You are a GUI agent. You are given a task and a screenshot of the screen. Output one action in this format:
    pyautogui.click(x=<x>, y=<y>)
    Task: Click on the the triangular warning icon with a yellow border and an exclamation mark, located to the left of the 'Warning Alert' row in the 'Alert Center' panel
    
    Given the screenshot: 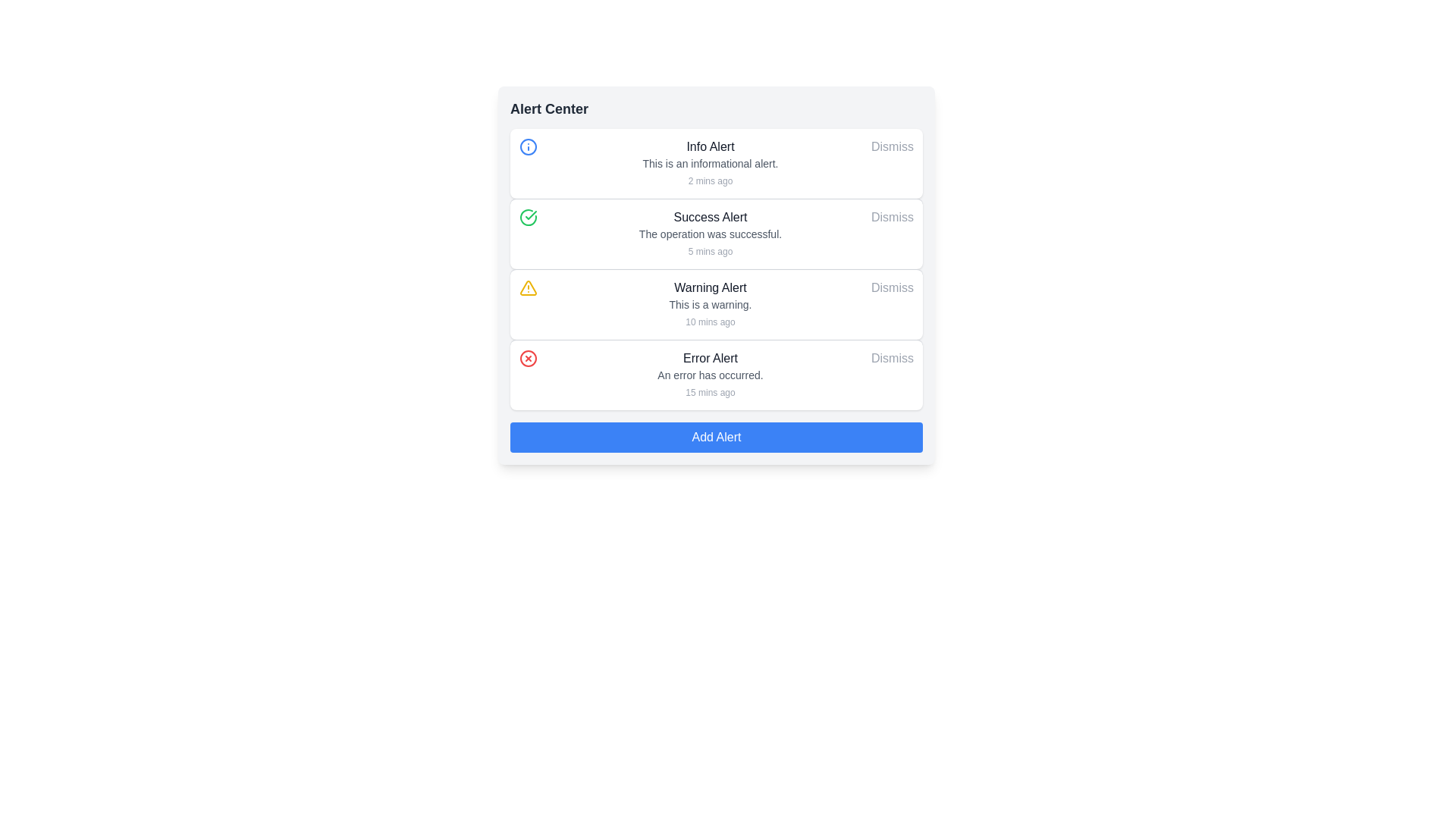 What is the action you would take?
    pyautogui.click(x=528, y=288)
    